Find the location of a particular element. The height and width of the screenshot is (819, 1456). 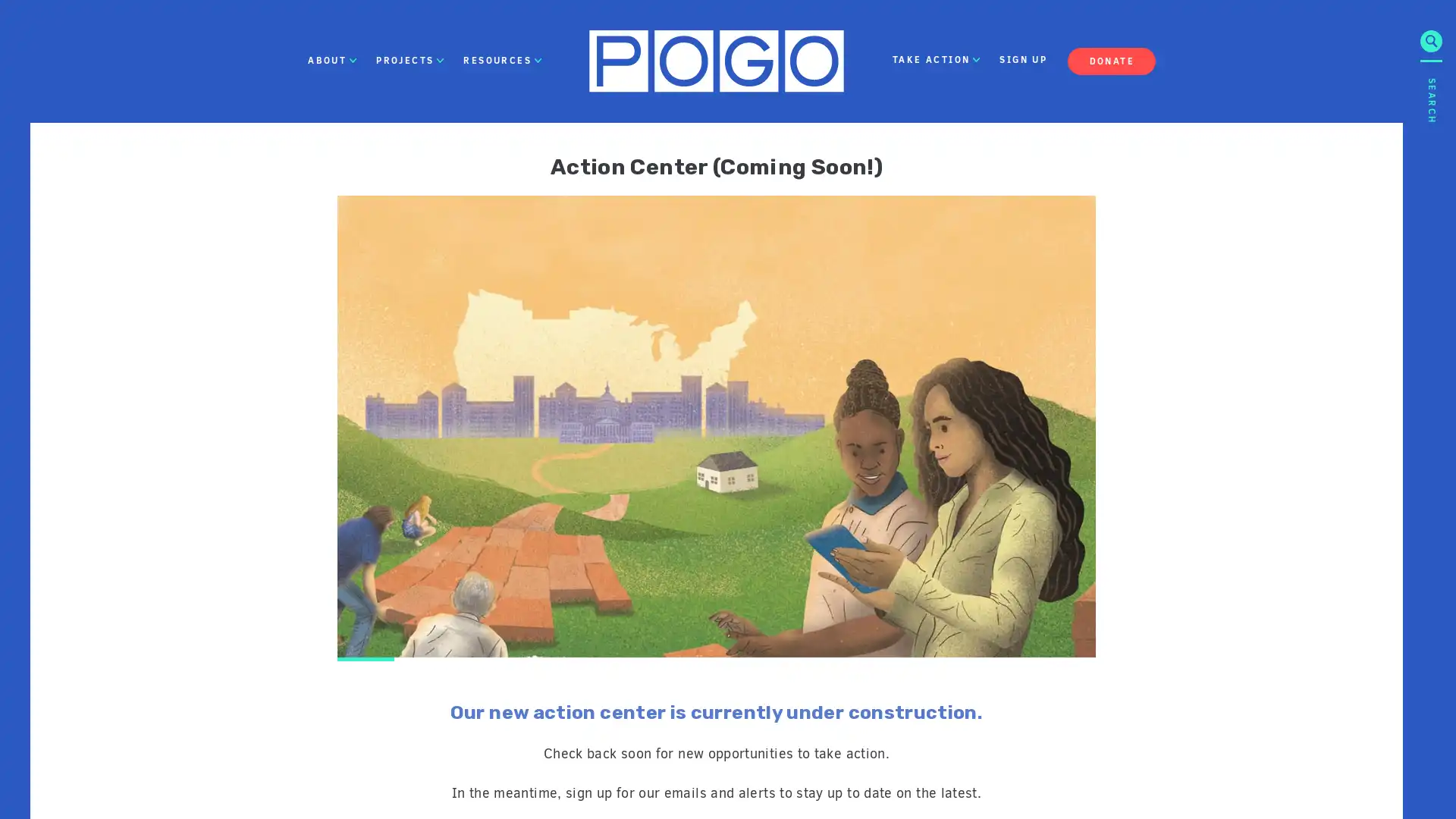

SEARCH is located at coordinates (1430, 208).